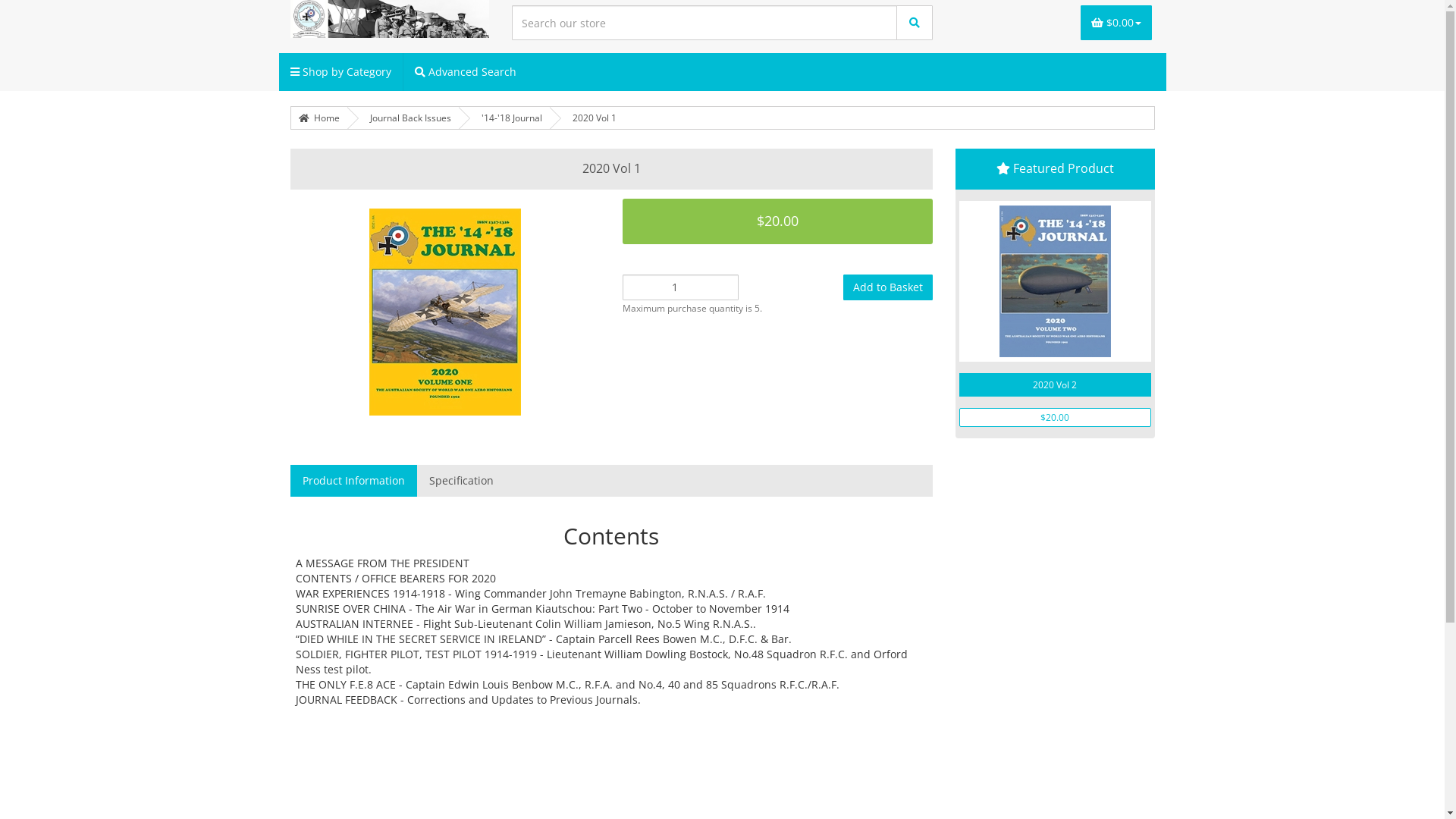  What do you see at coordinates (1115, 23) in the screenshot?
I see `'$0.00'` at bounding box center [1115, 23].